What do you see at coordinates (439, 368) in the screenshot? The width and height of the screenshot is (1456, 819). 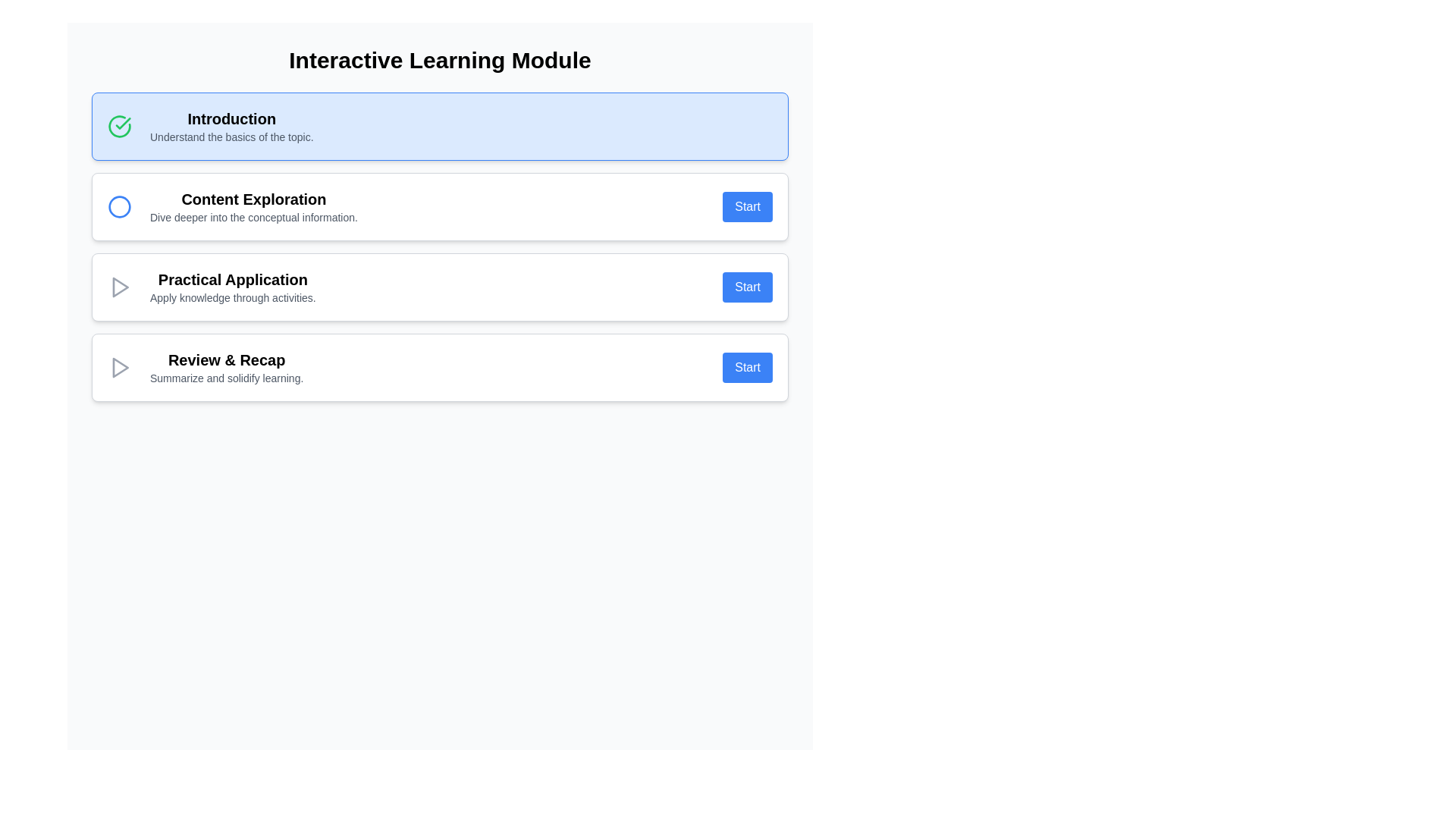 I see `the fourth card in the vertical list that provides an overview of the learning module to scale it slightly` at bounding box center [439, 368].